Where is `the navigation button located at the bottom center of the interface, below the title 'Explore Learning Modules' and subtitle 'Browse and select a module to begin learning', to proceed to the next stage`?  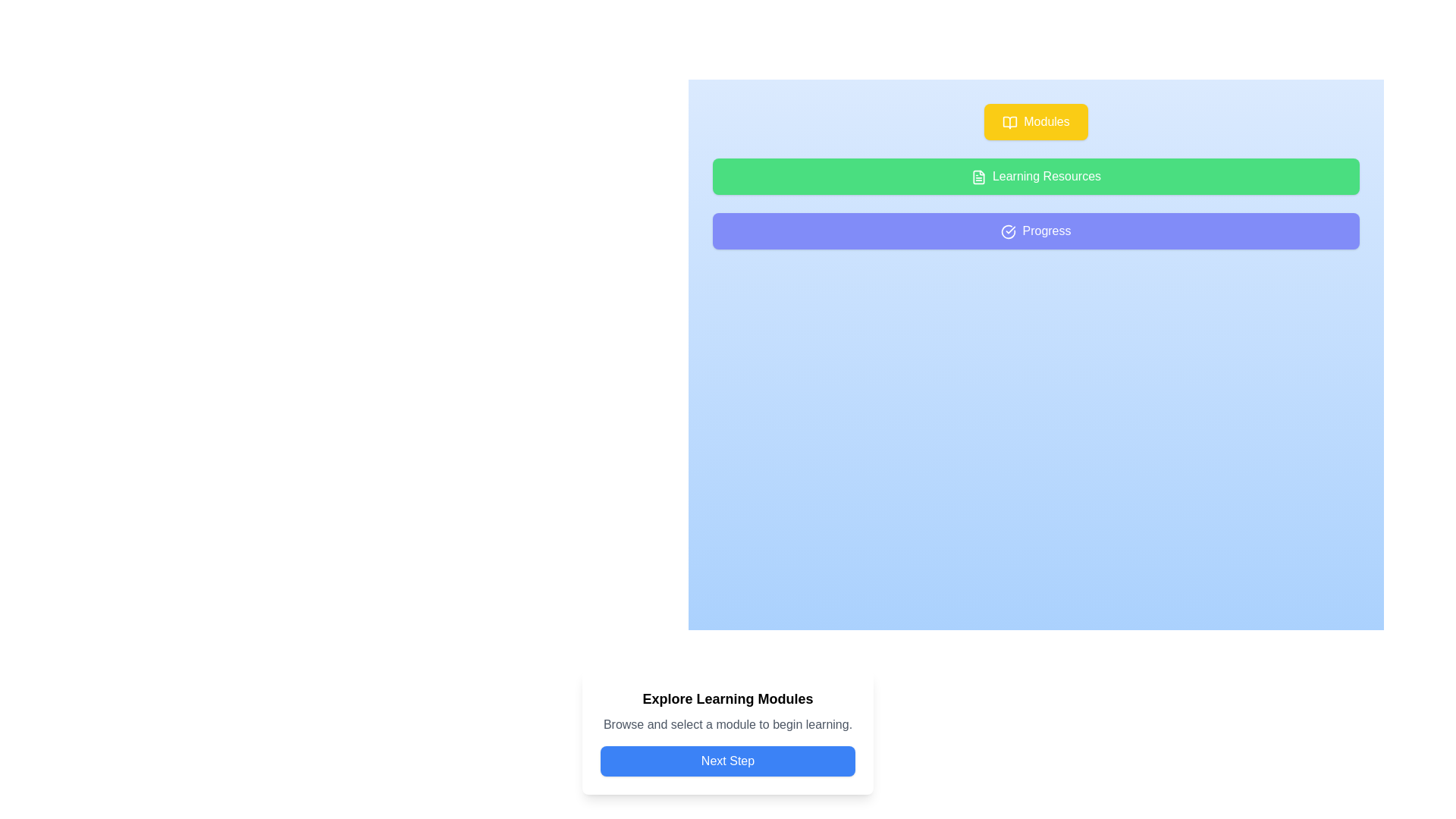 the navigation button located at the bottom center of the interface, below the title 'Explore Learning Modules' and subtitle 'Browse and select a module to begin learning', to proceed to the next stage is located at coordinates (728, 761).